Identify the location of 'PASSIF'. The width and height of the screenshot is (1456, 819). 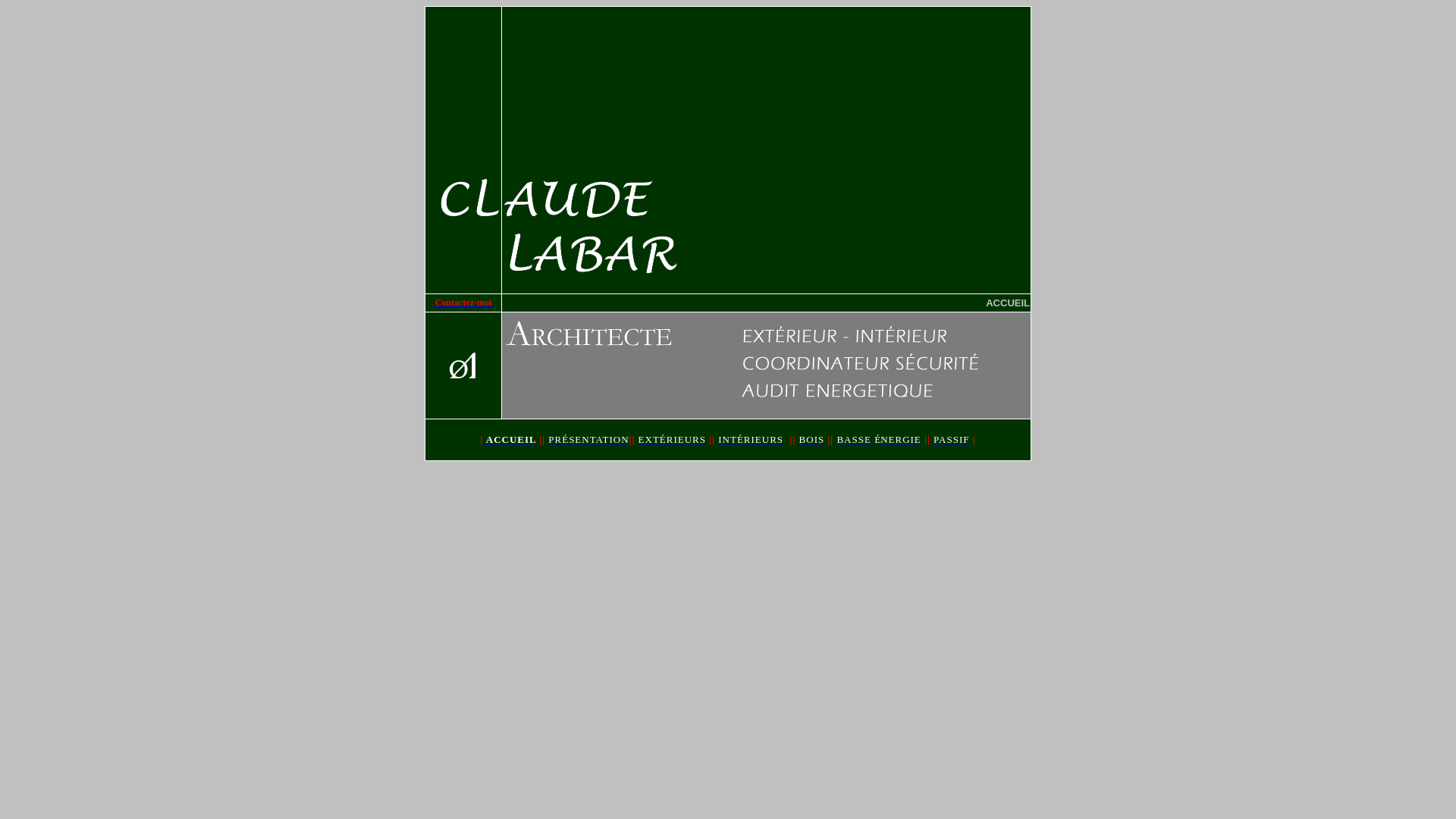
(950, 439).